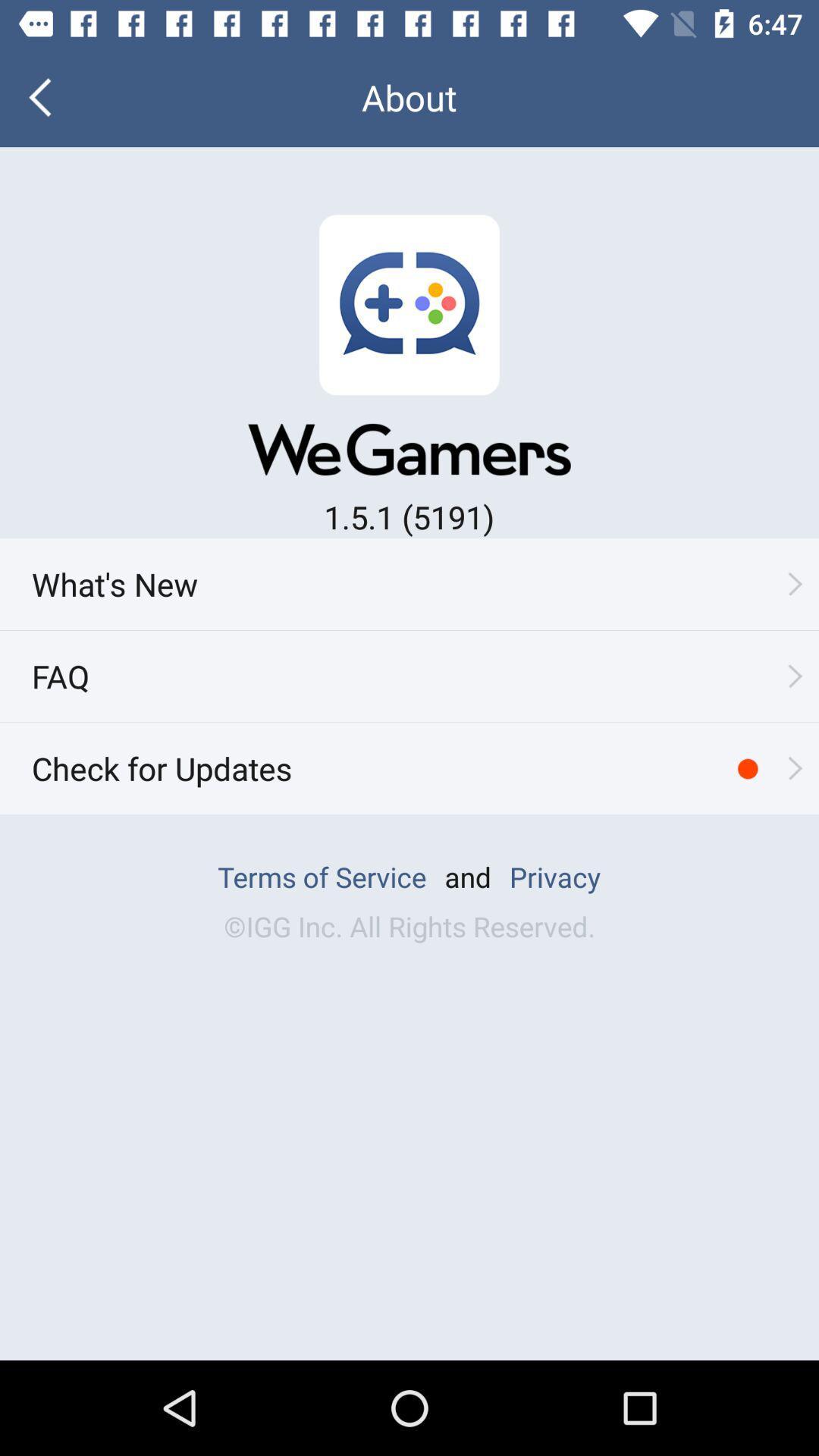 The width and height of the screenshot is (819, 1456). What do you see at coordinates (321, 877) in the screenshot?
I see `the text left of and` at bounding box center [321, 877].